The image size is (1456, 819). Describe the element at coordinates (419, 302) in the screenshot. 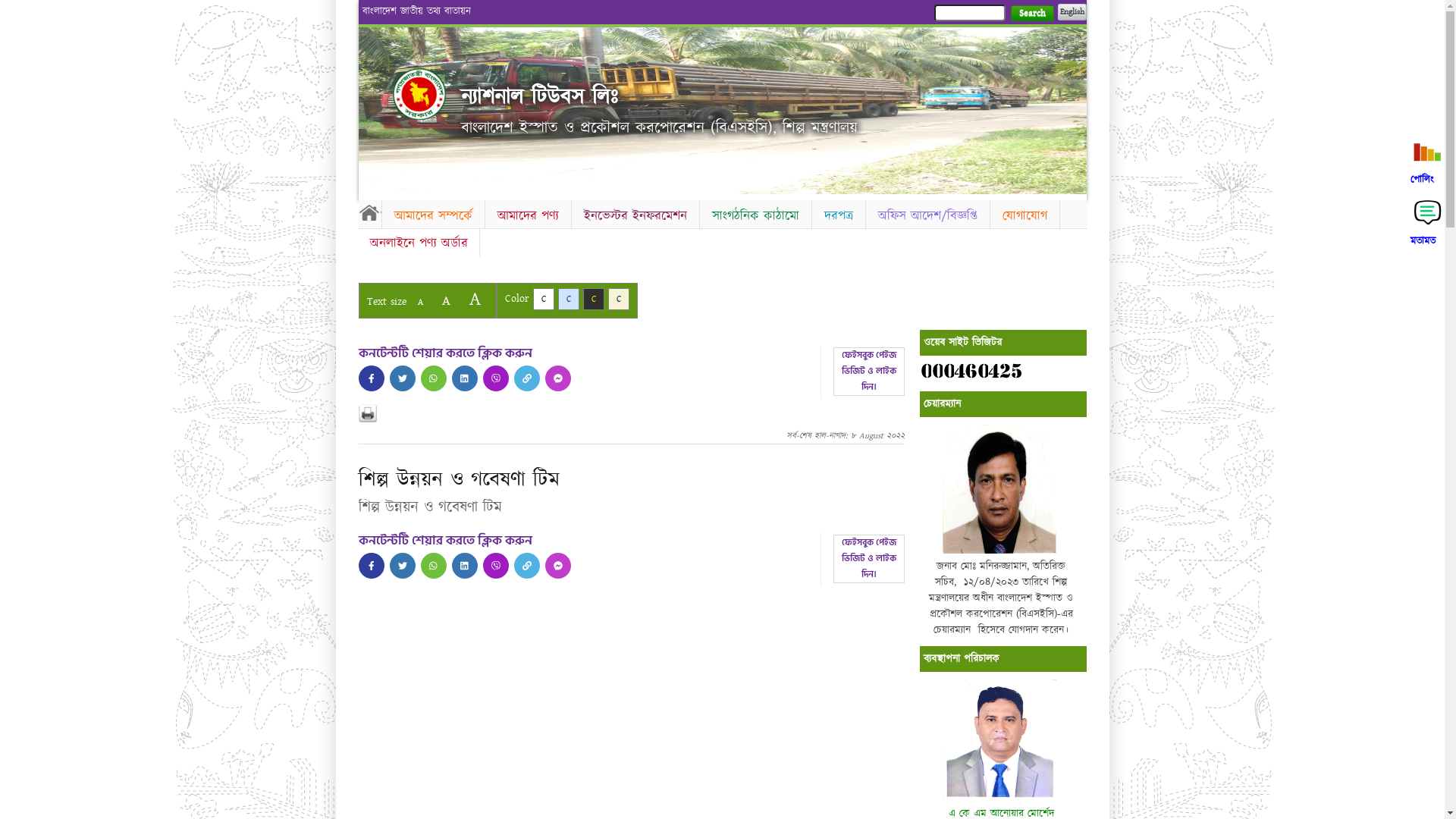

I see `'A'` at that location.